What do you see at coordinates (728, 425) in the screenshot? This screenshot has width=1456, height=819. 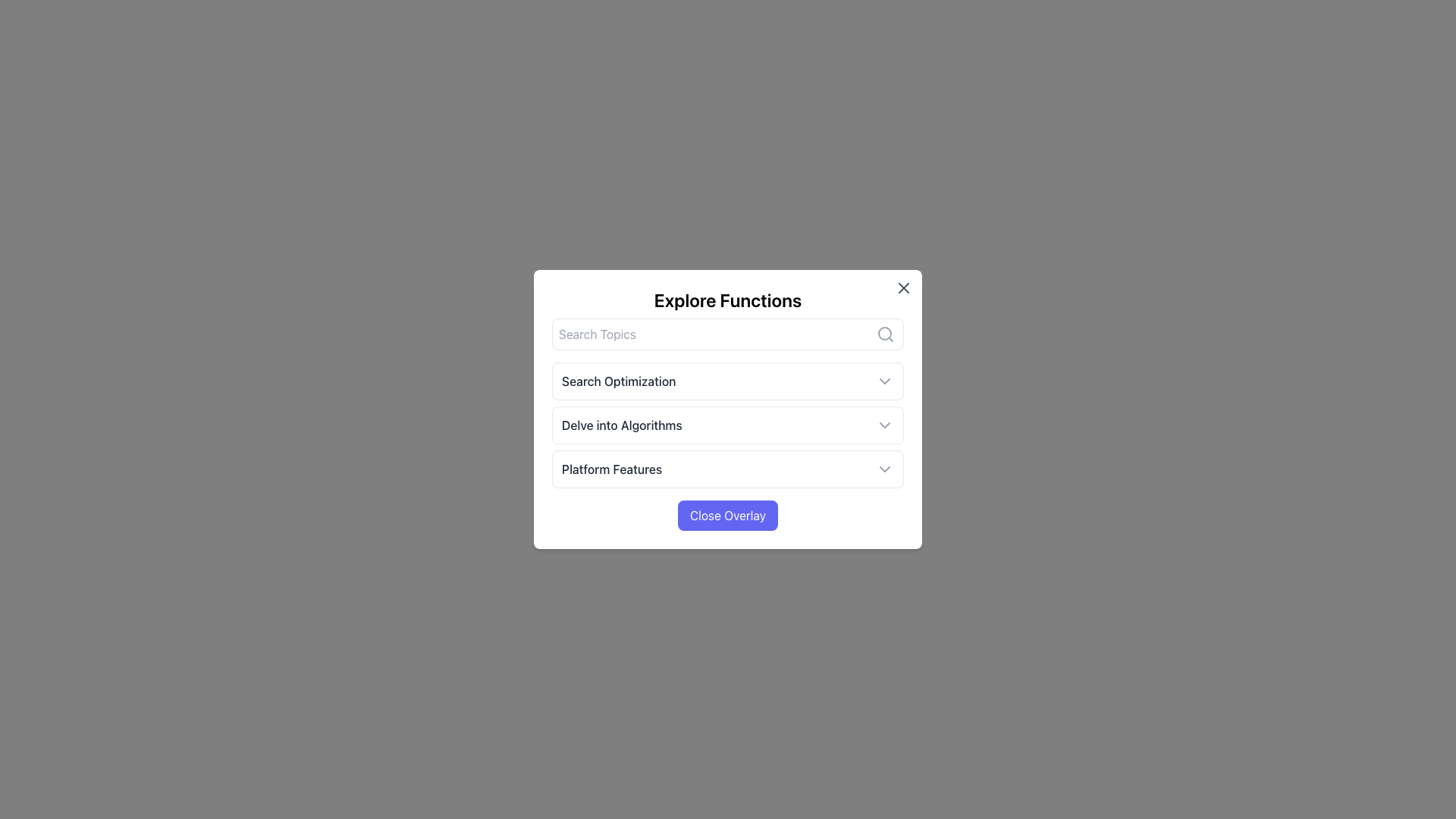 I see `the dropdown menu located centrally within the modal dialog titled 'Explore Functions'` at bounding box center [728, 425].